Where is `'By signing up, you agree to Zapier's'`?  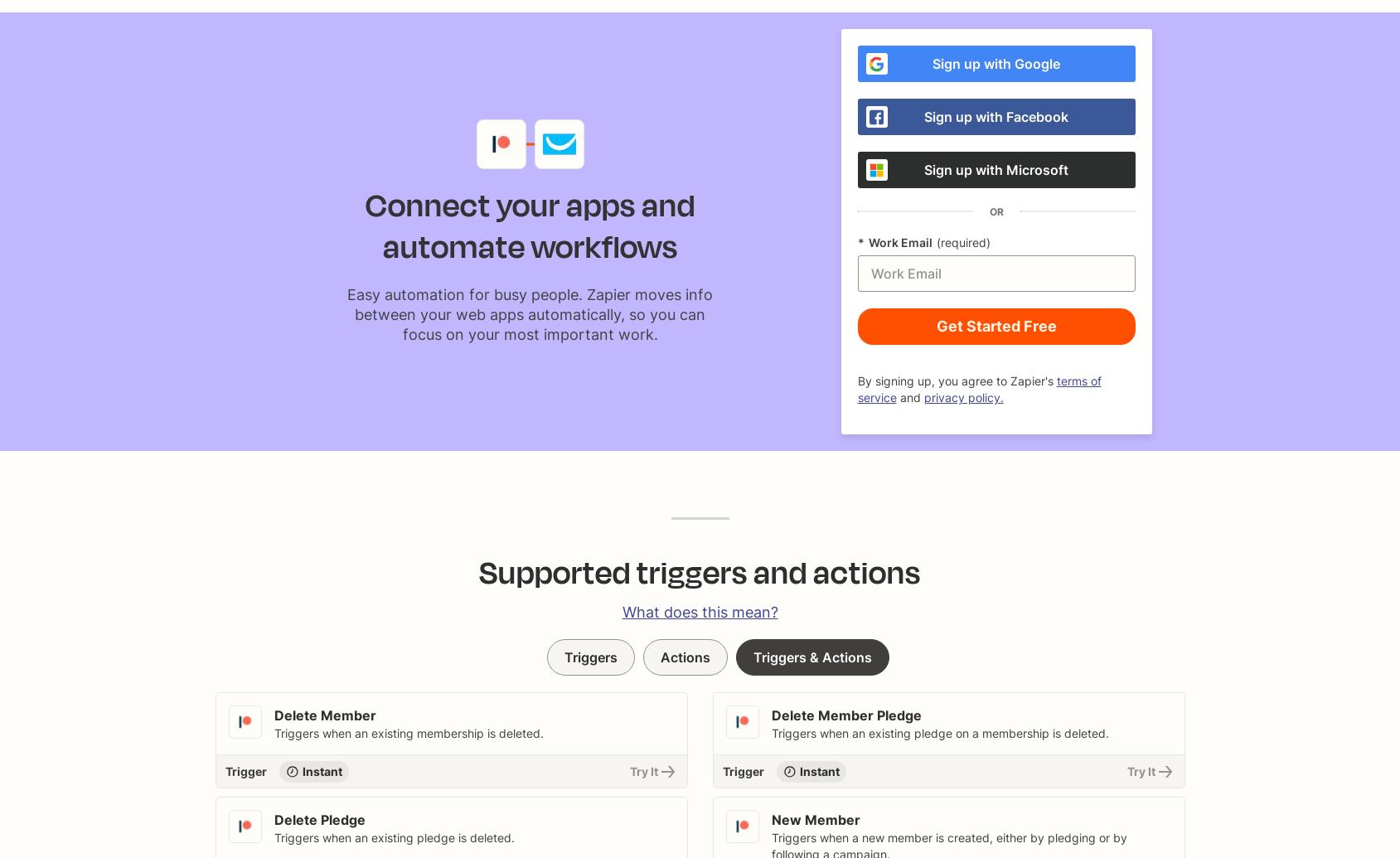 'By signing up, you agree to Zapier's' is located at coordinates (954, 381).